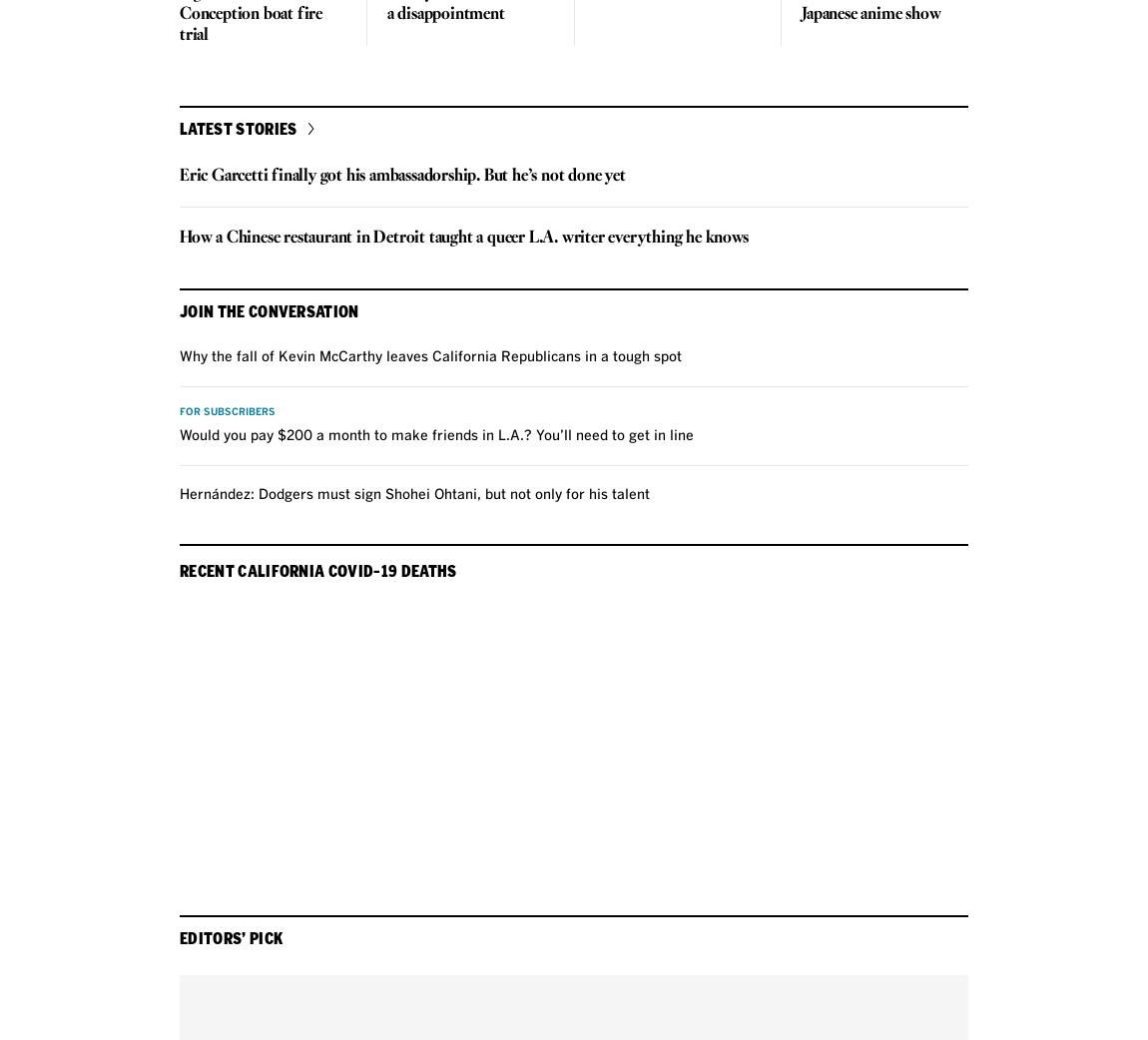  I want to click on 'Editors’ Pick', so click(230, 936).